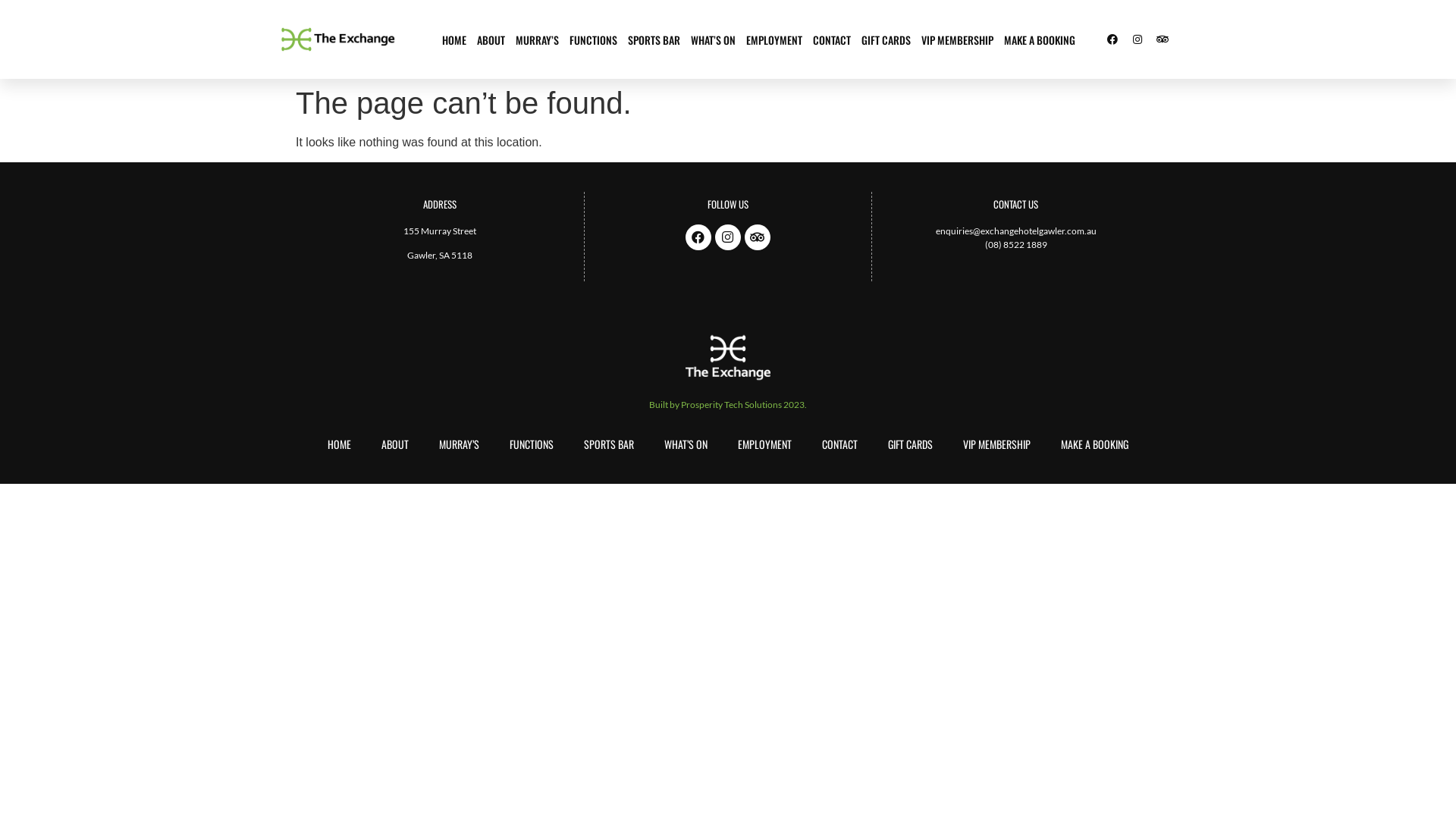  What do you see at coordinates (728, 403) in the screenshot?
I see `'Built by Prosperity Tech Solutions 2023.'` at bounding box center [728, 403].